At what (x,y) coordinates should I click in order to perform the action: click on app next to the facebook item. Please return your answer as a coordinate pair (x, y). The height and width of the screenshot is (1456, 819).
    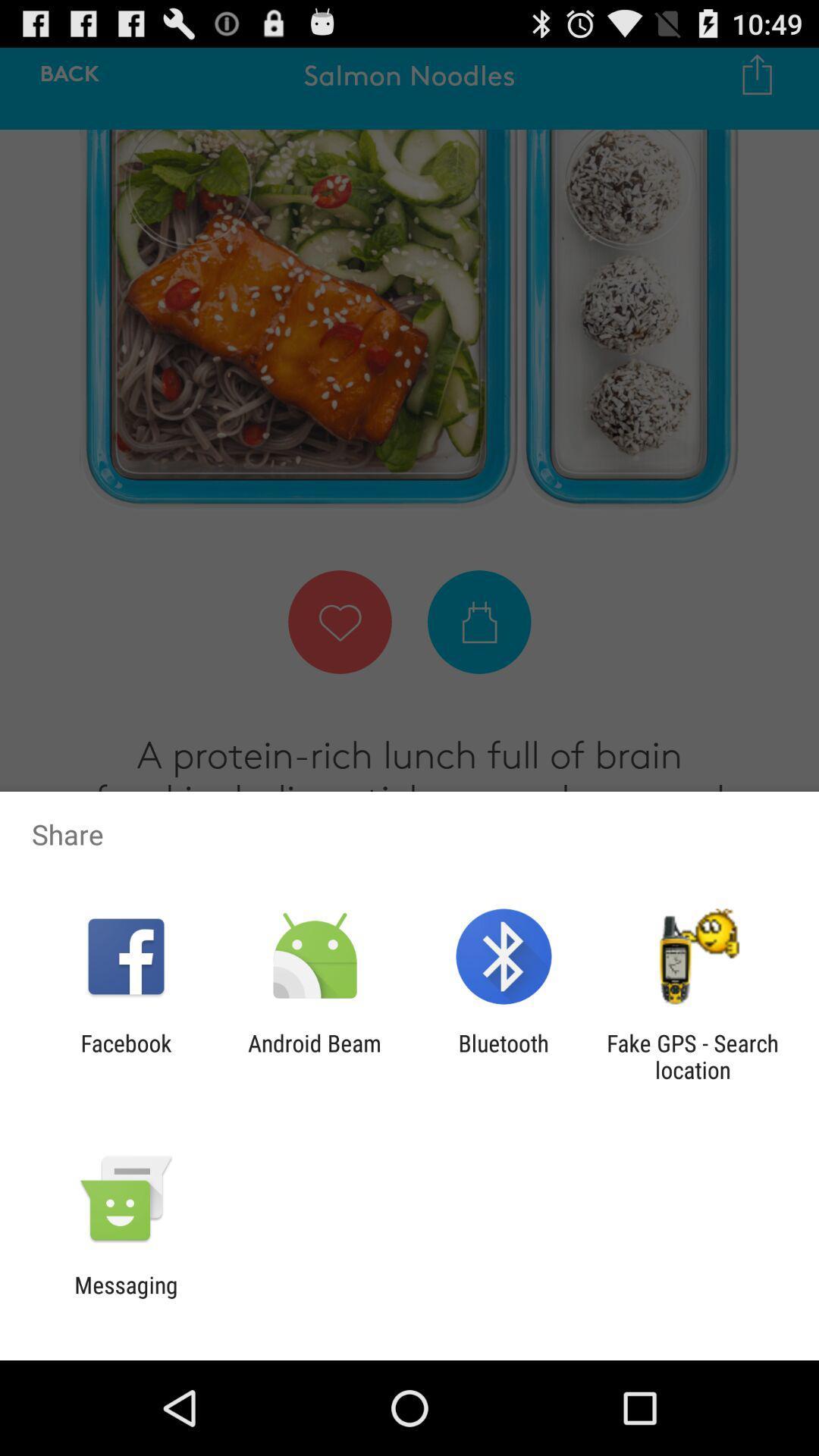
    Looking at the image, I should click on (314, 1056).